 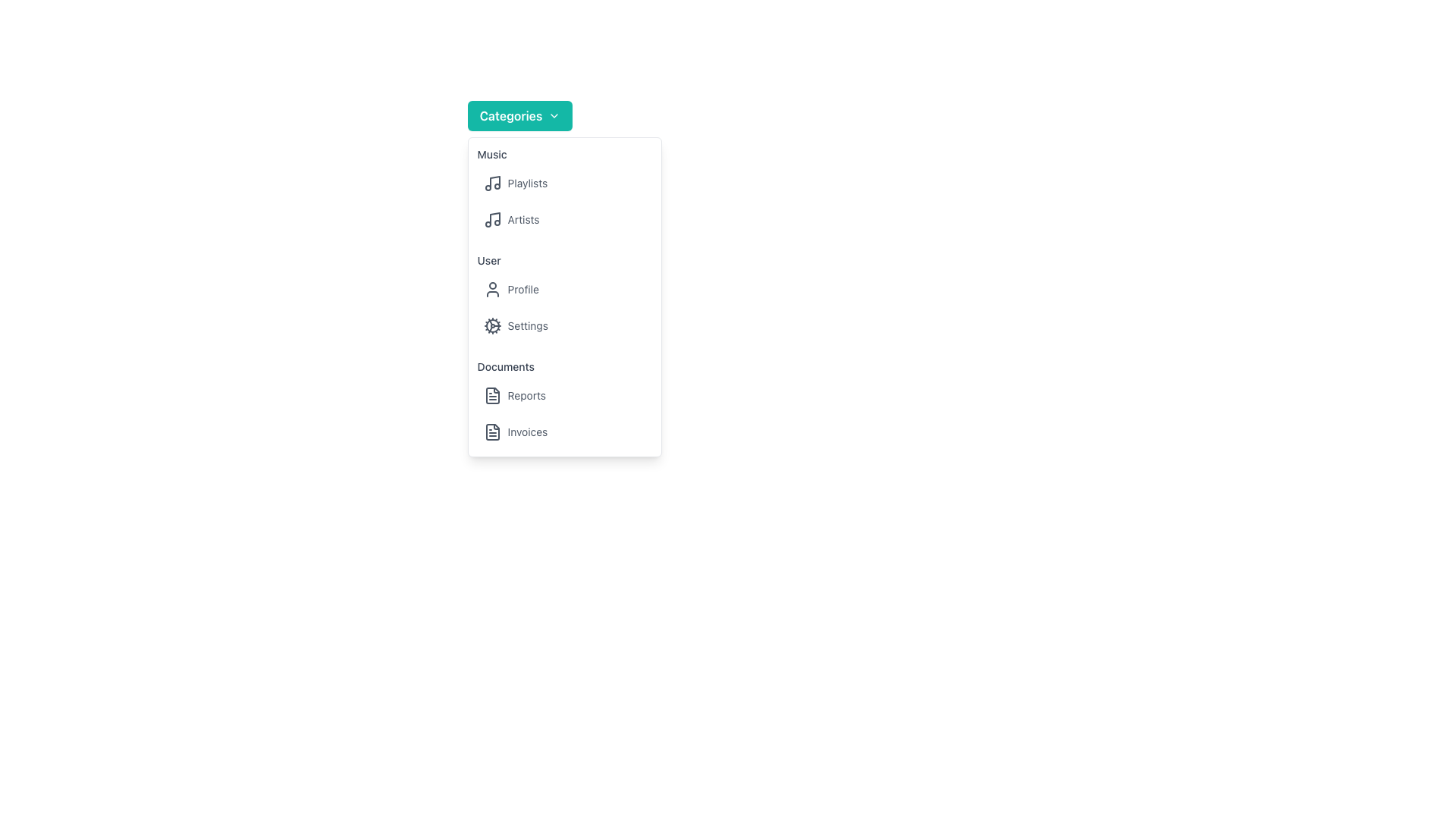 What do you see at coordinates (492, 432) in the screenshot?
I see `the invoice document icon located in the 'Documents' subsection of the drop-down menu under 'Invoices', positioned to the left of the text 'Invoices'` at bounding box center [492, 432].